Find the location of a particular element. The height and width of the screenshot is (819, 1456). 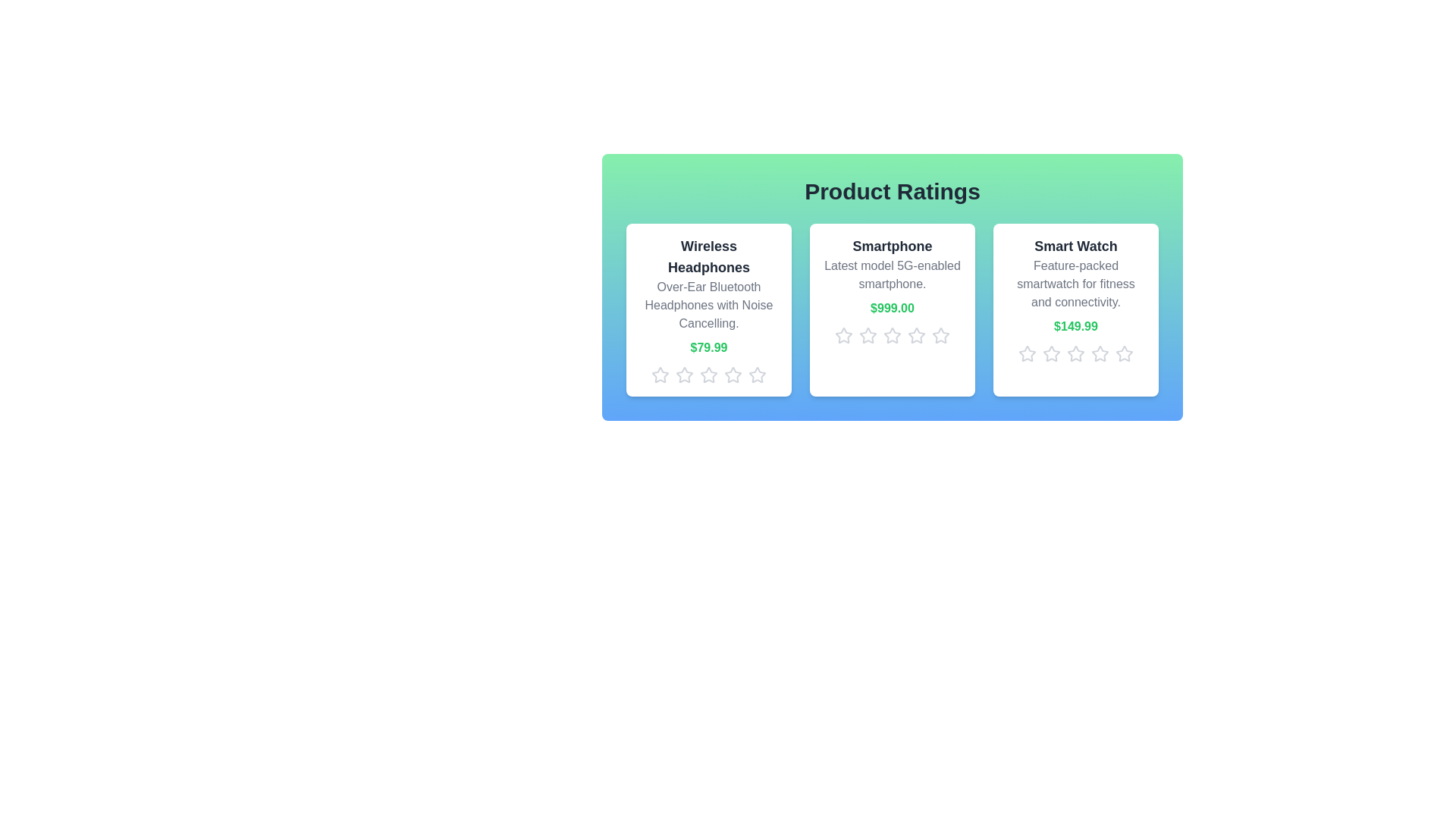

the star icon corresponding to 2 stars for the product Smartphone is located at coordinates (868, 335).